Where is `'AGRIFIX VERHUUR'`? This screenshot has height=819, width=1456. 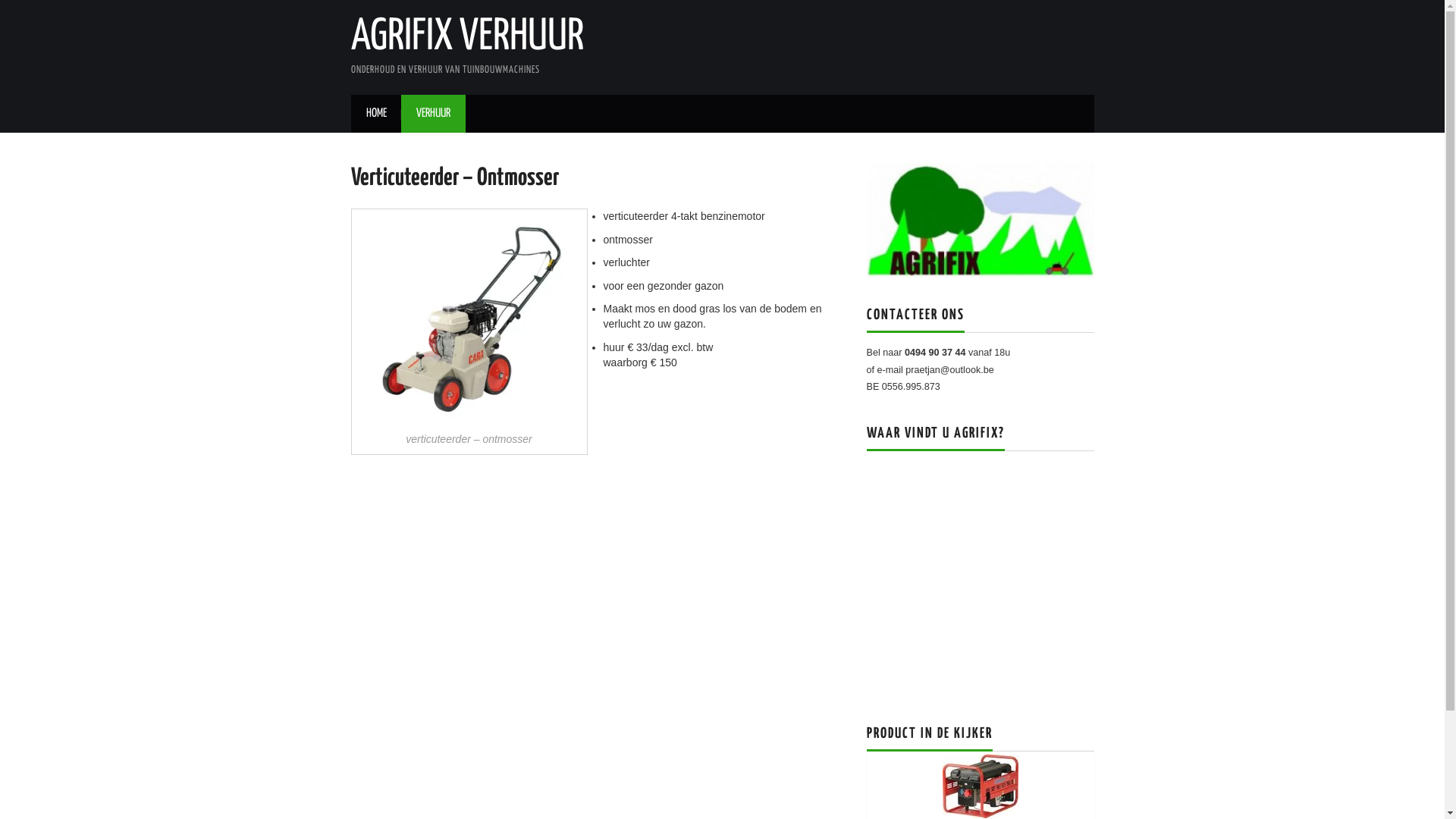 'AGRIFIX VERHUUR' is located at coordinates (466, 36).